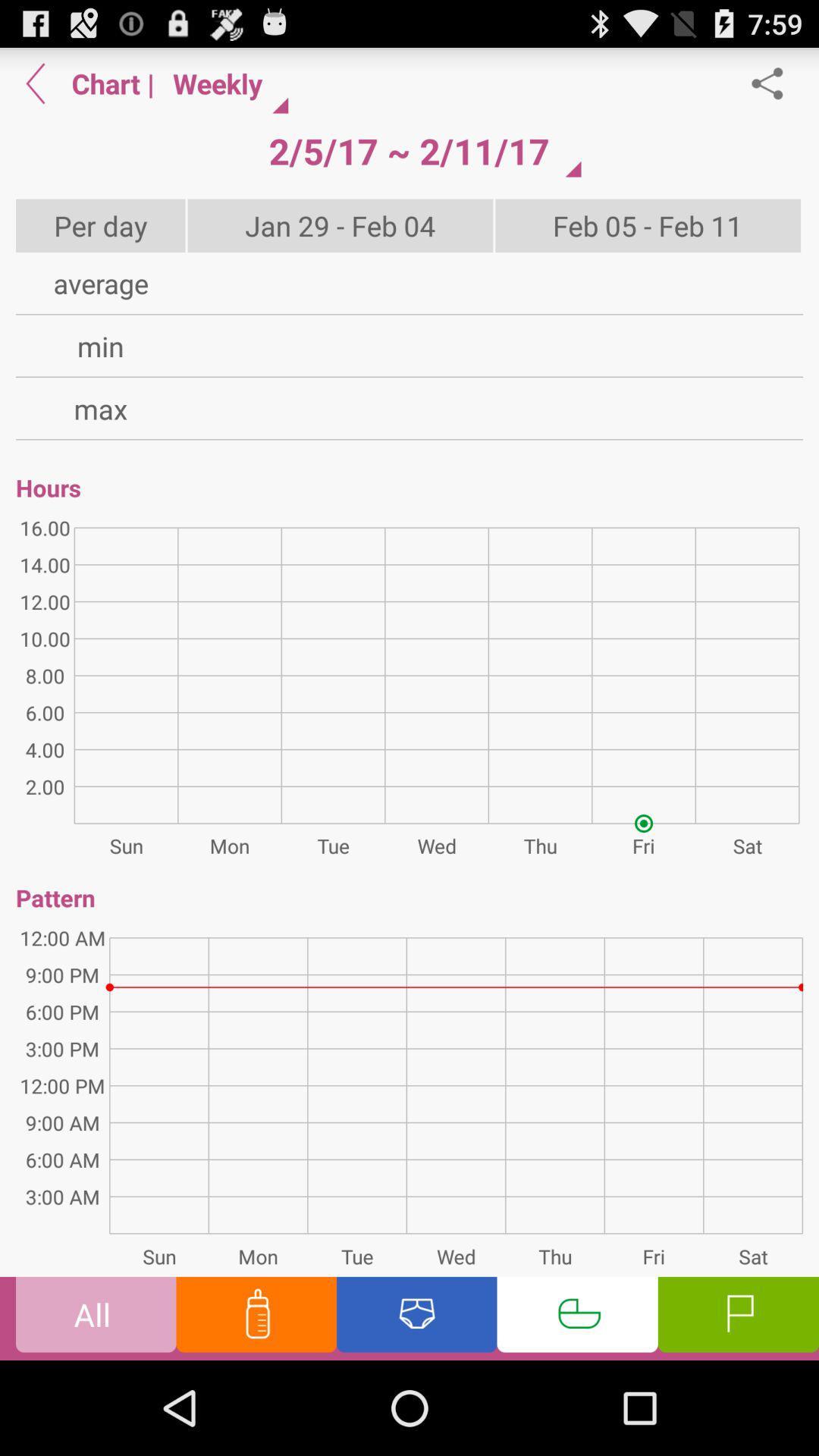  What do you see at coordinates (408, 151) in the screenshot?
I see `icon to the right of  |  item` at bounding box center [408, 151].